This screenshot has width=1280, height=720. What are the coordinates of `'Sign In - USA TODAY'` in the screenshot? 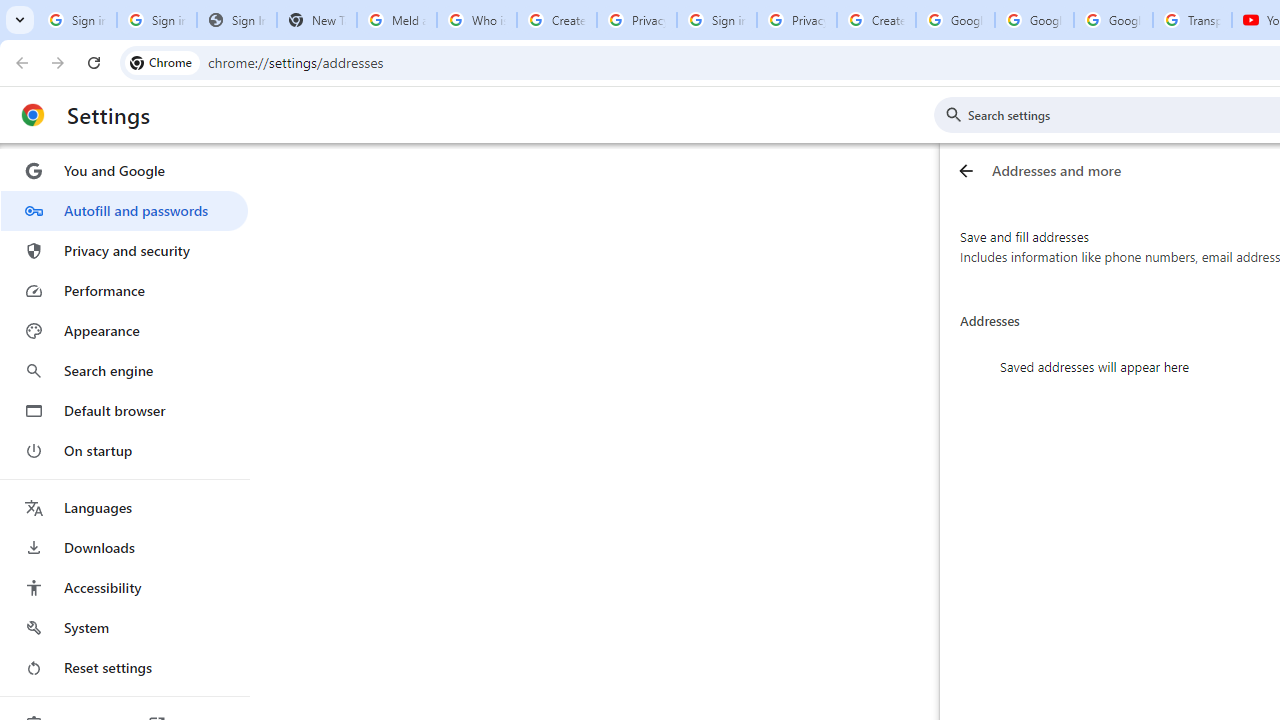 It's located at (236, 20).